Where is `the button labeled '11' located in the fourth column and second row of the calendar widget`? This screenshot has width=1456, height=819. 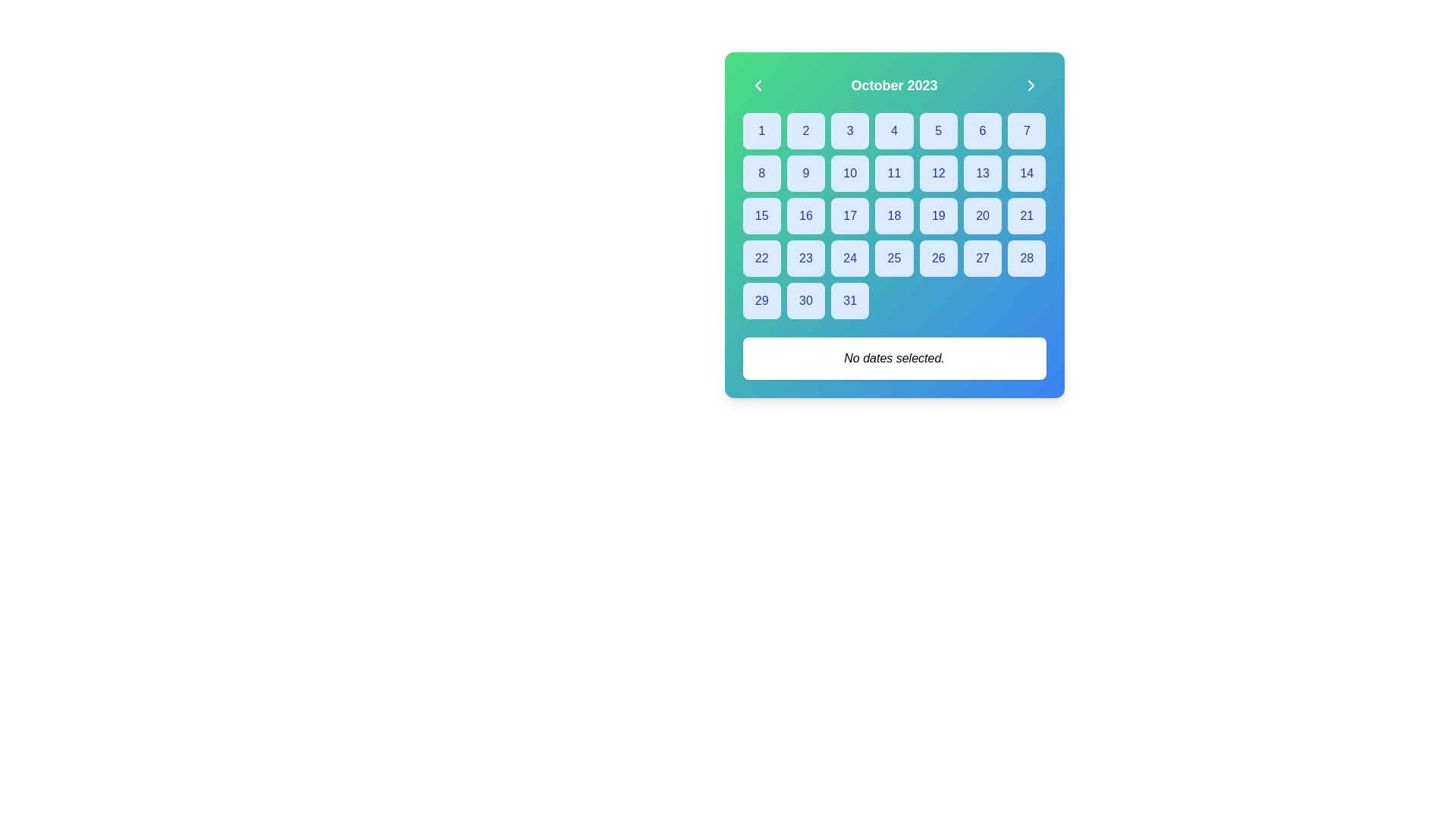 the button labeled '11' located in the fourth column and second row of the calendar widget is located at coordinates (894, 172).